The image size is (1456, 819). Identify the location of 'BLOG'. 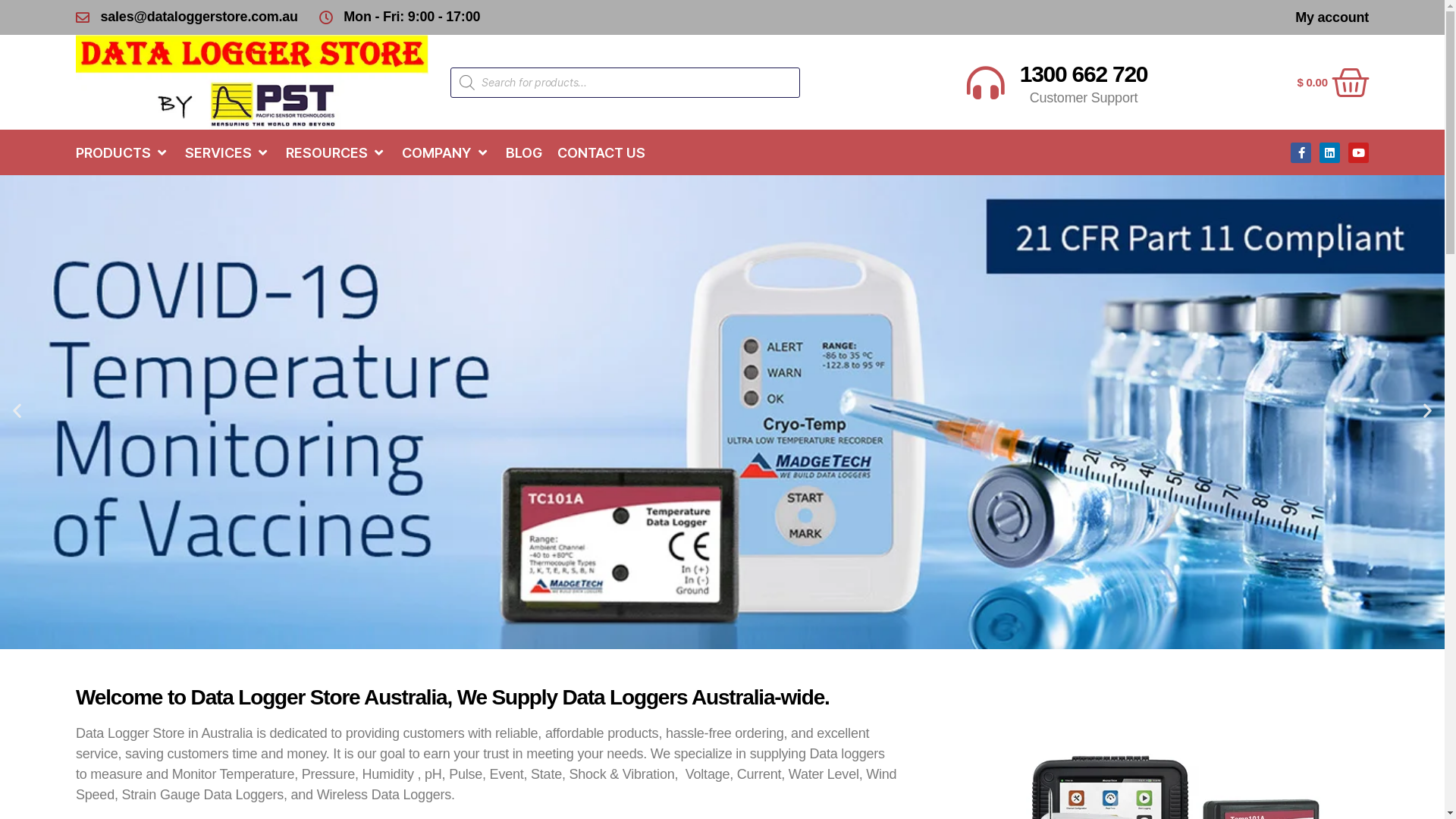
(524, 152).